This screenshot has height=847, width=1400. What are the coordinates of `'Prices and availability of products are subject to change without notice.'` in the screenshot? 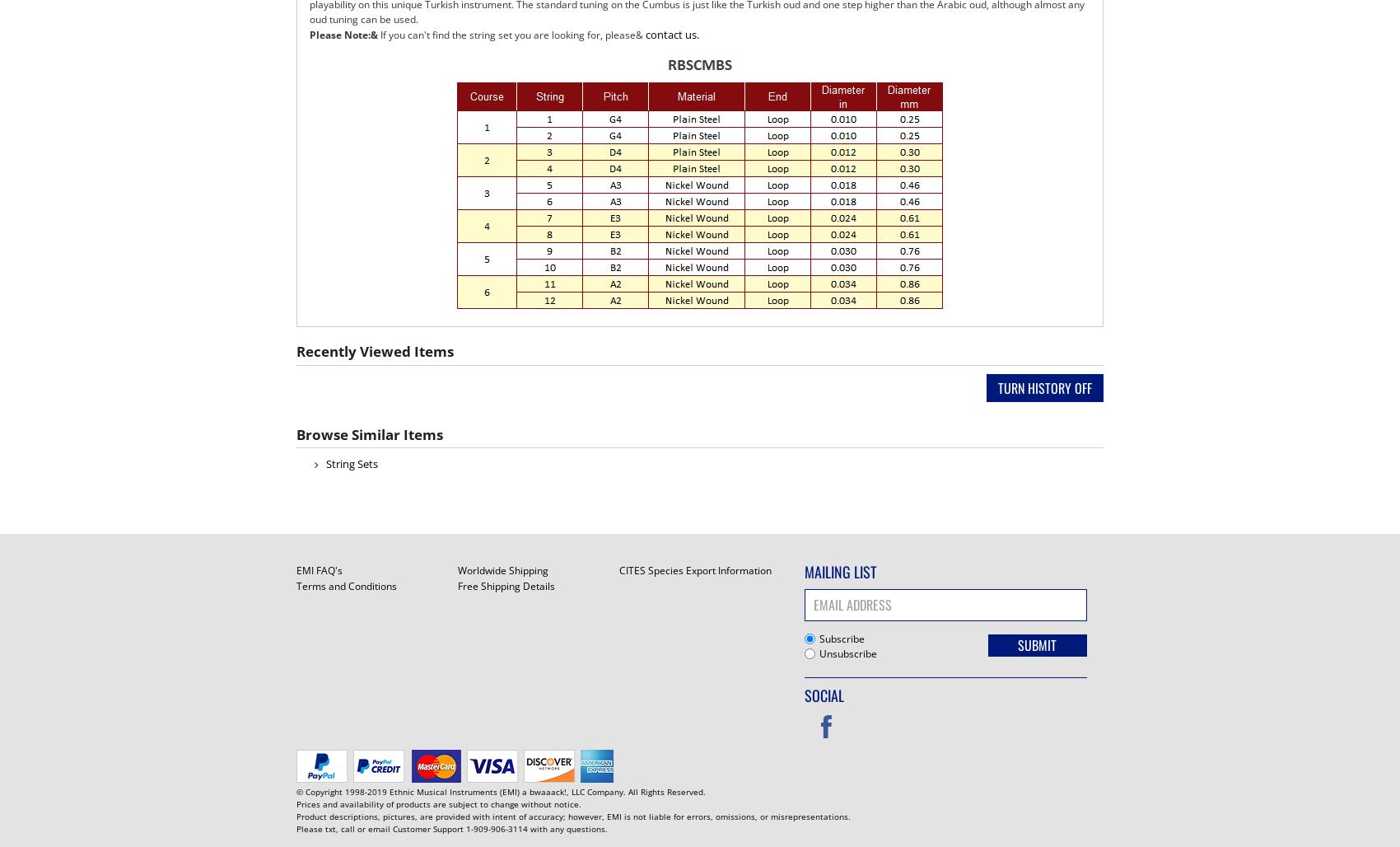 It's located at (296, 802).